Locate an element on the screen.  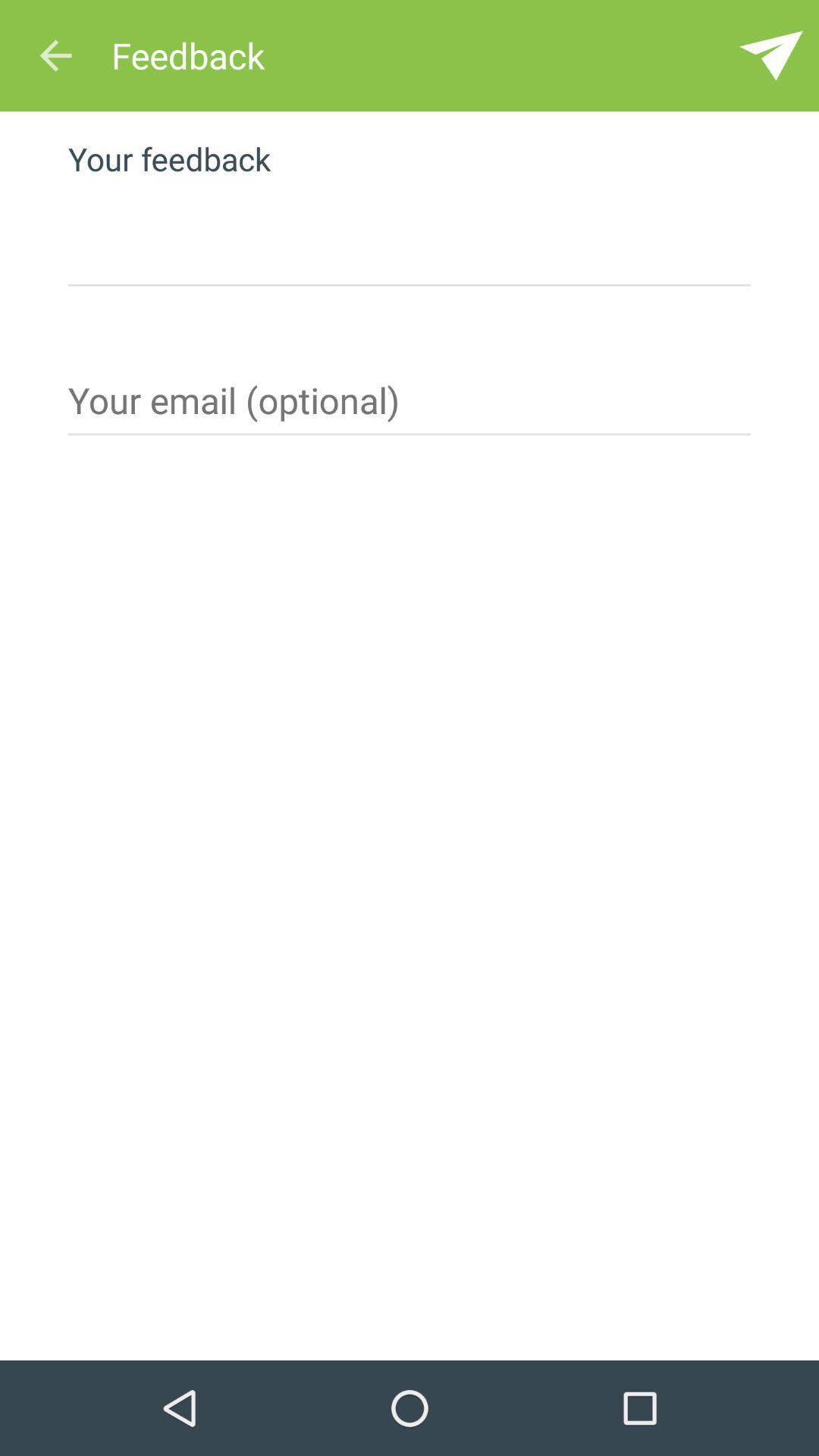
optional email here is located at coordinates (409, 406).